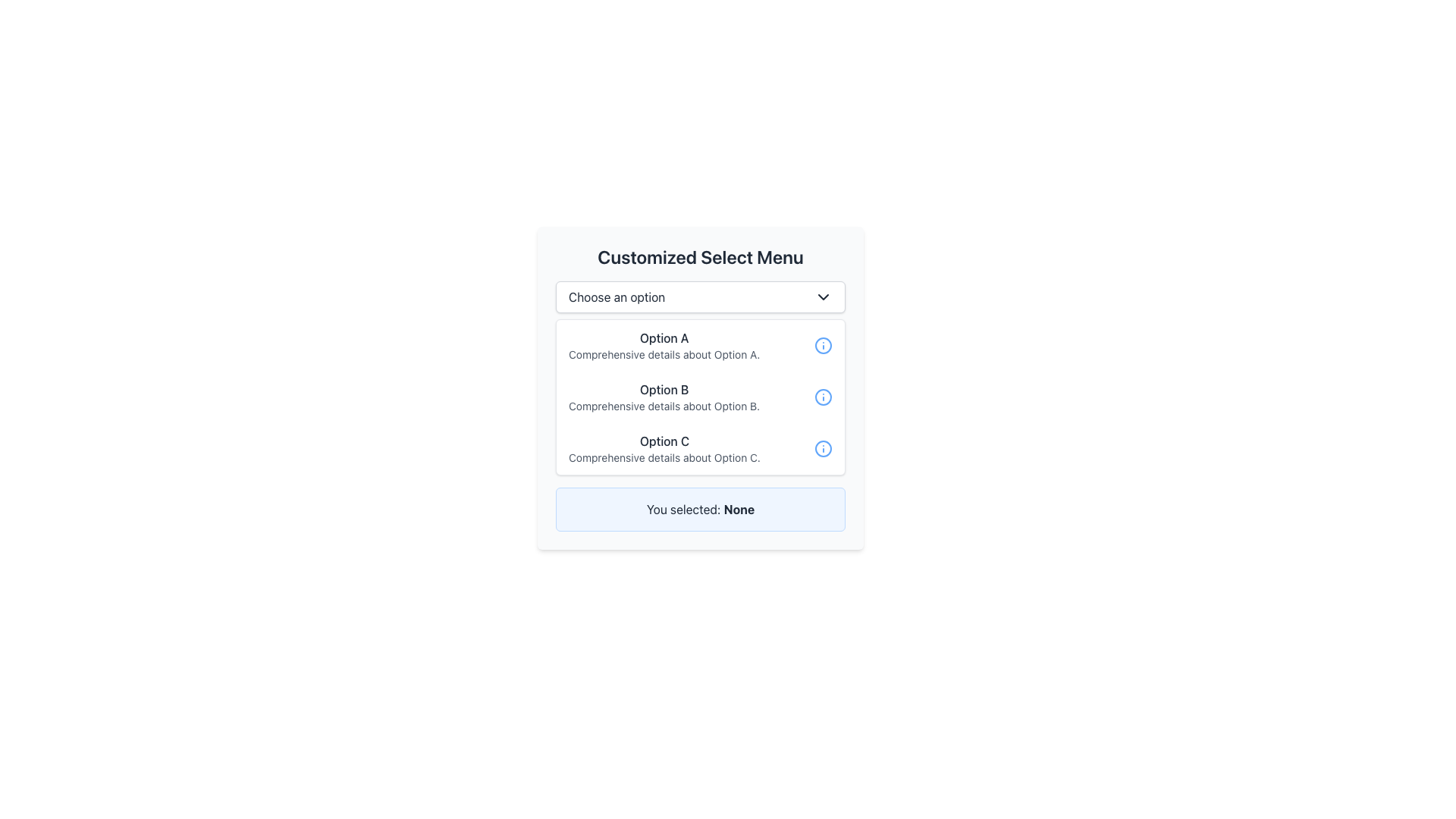 This screenshot has height=819, width=1456. What do you see at coordinates (822, 397) in the screenshot?
I see `the circular icon with a blue outline, which contains a vertical line segment intersecting a small dot, located to the far right of the 'Option B' selection box` at bounding box center [822, 397].